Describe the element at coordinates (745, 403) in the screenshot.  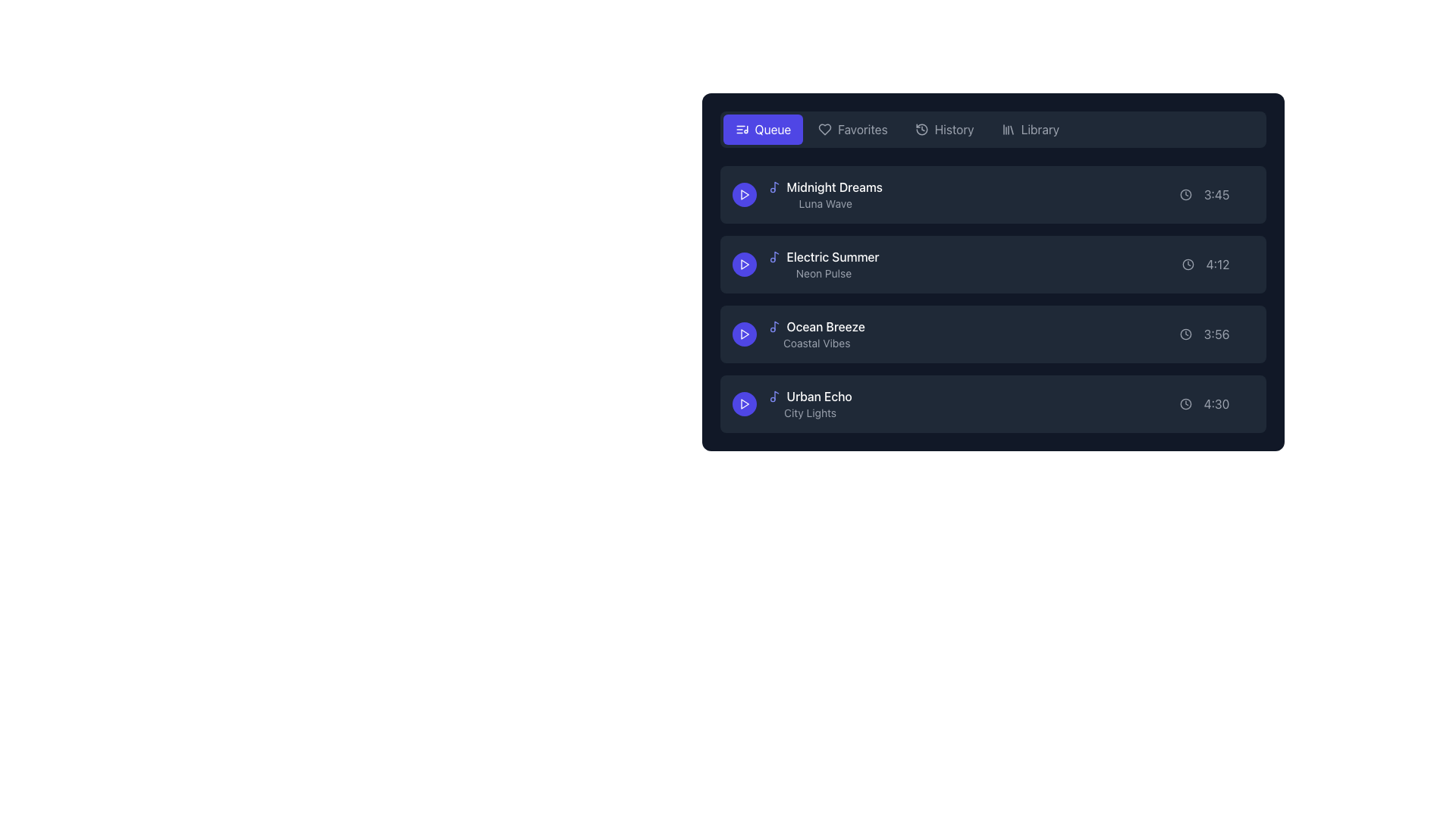
I see `the Play icon located in the leftmost section of the fourth music track 'Urban Echo'` at that location.